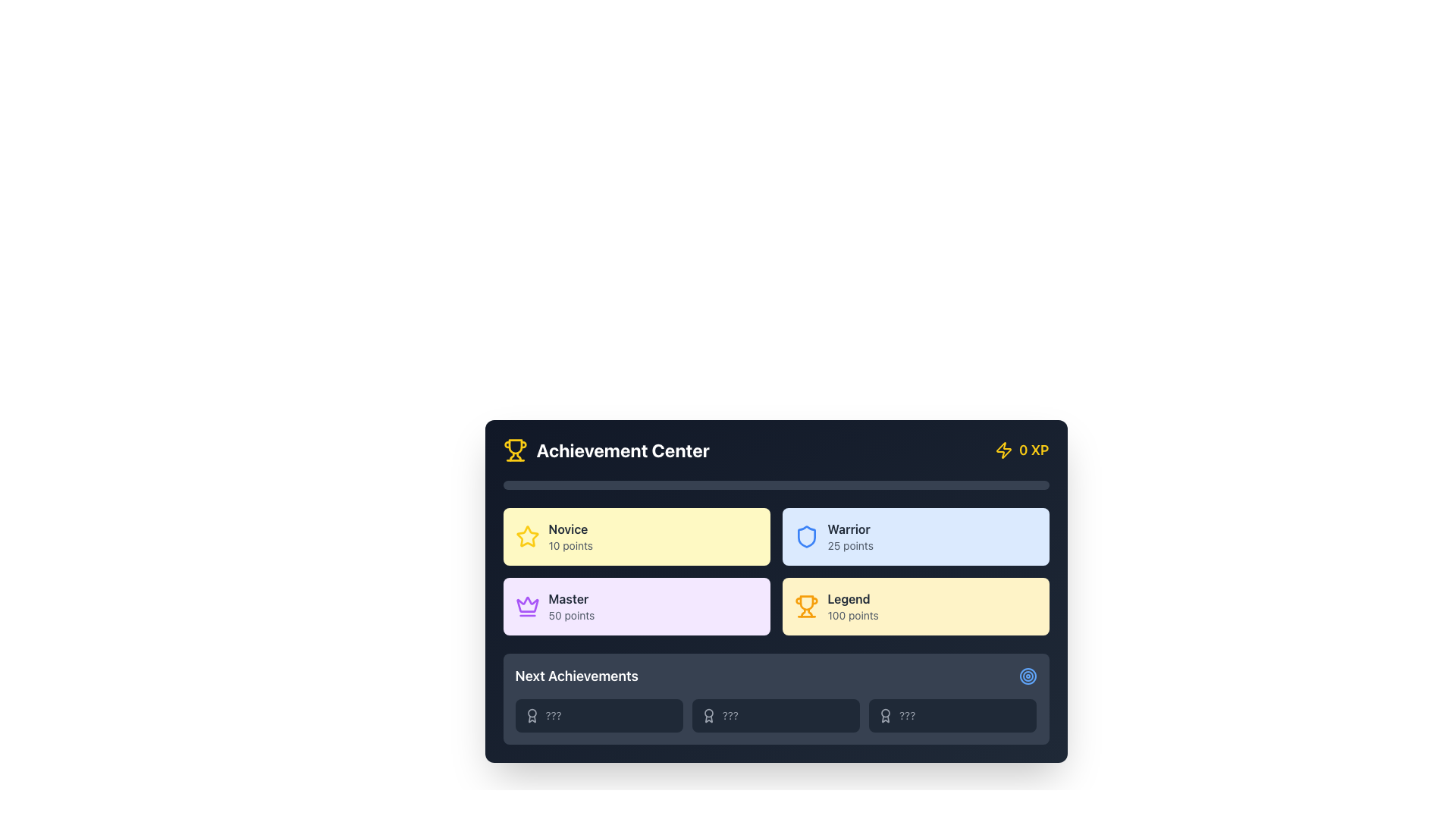 This screenshot has height=819, width=1456. Describe the element at coordinates (853, 616) in the screenshot. I see `the text label displaying '100 points', which is styled plainly in gray color and located below the 'Legend' text in the 'Achievement Center'` at that location.